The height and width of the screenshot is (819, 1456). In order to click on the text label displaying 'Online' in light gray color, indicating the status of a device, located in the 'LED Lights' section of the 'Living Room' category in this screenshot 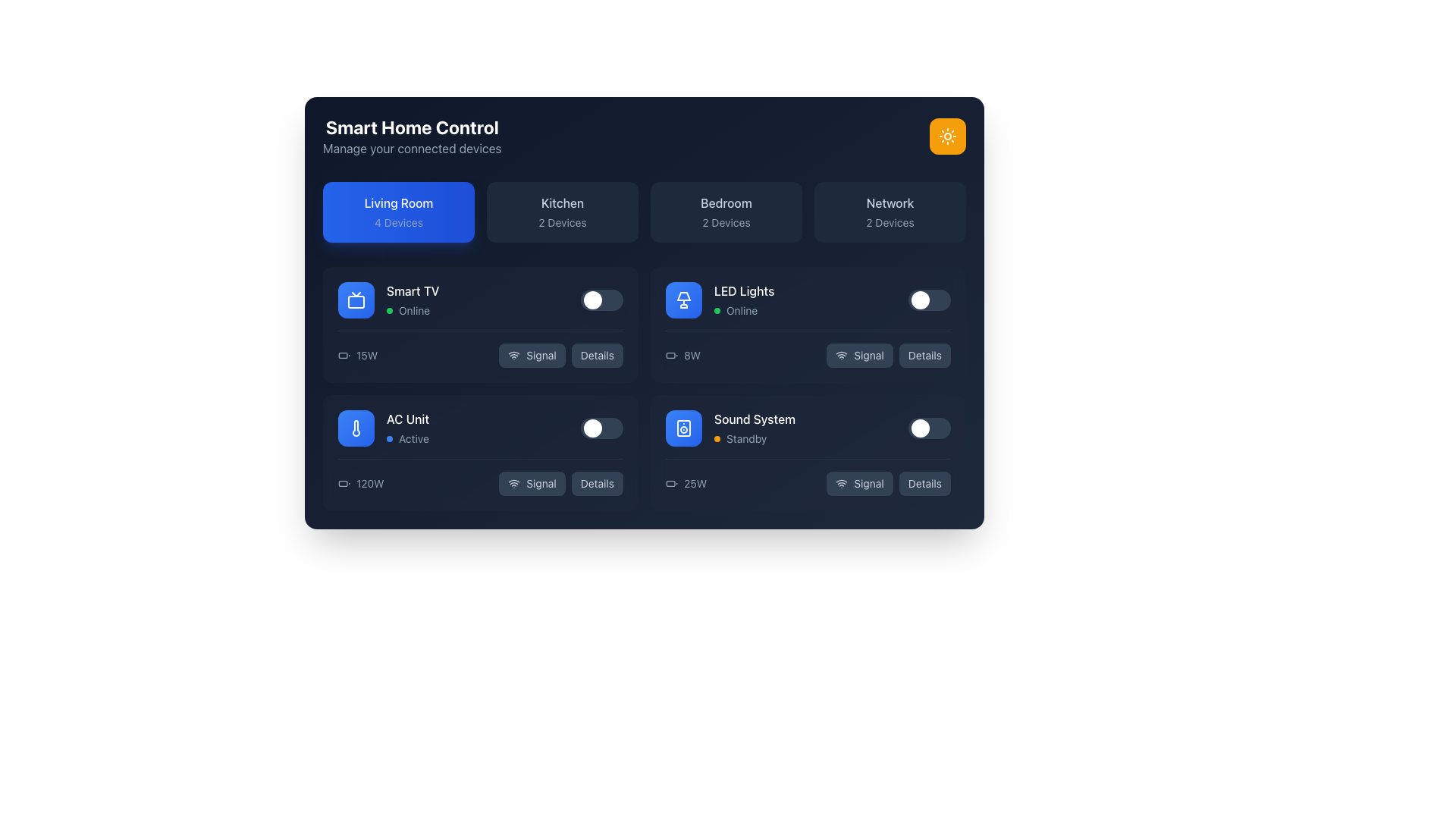, I will do `click(742, 309)`.